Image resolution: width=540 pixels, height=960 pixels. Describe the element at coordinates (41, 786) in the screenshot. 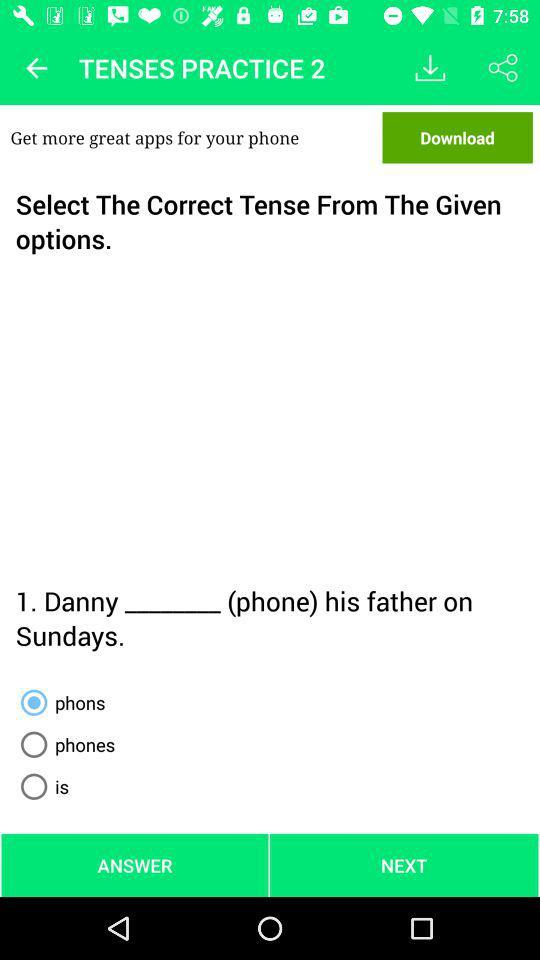

I see `the is item` at that location.